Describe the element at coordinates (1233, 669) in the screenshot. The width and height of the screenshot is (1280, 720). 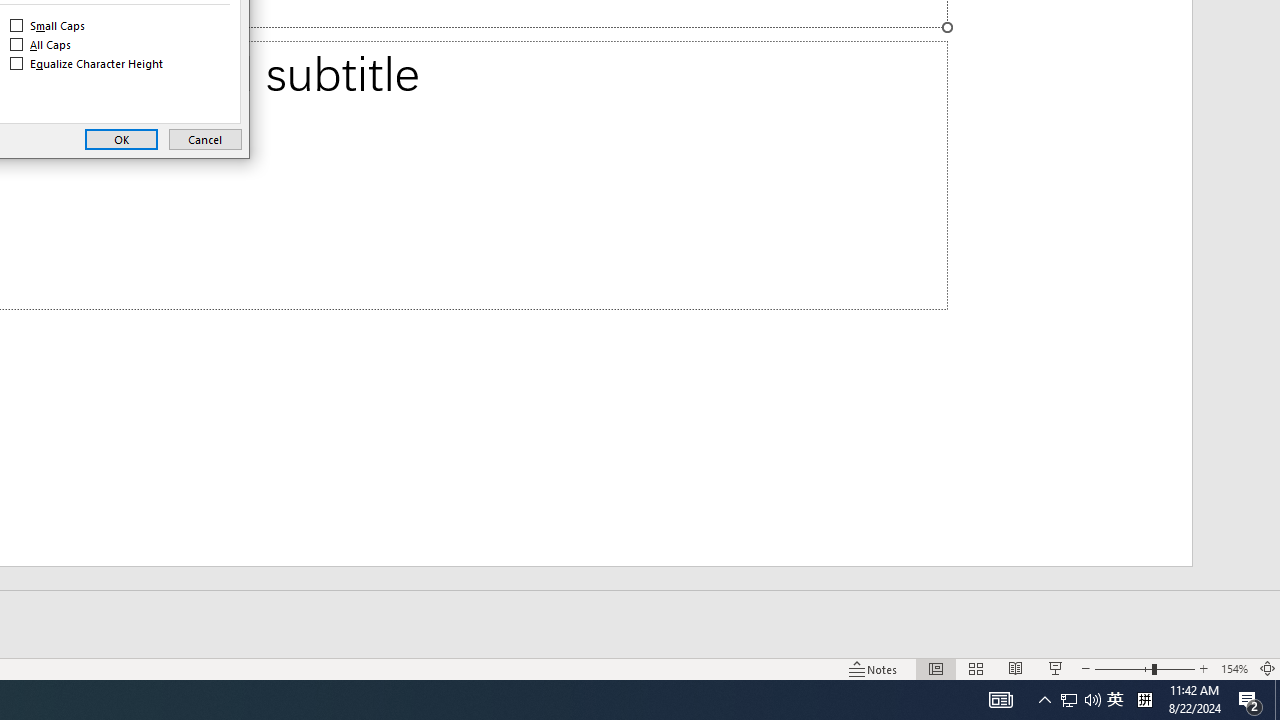
I see `'Zoom 154%'` at that location.